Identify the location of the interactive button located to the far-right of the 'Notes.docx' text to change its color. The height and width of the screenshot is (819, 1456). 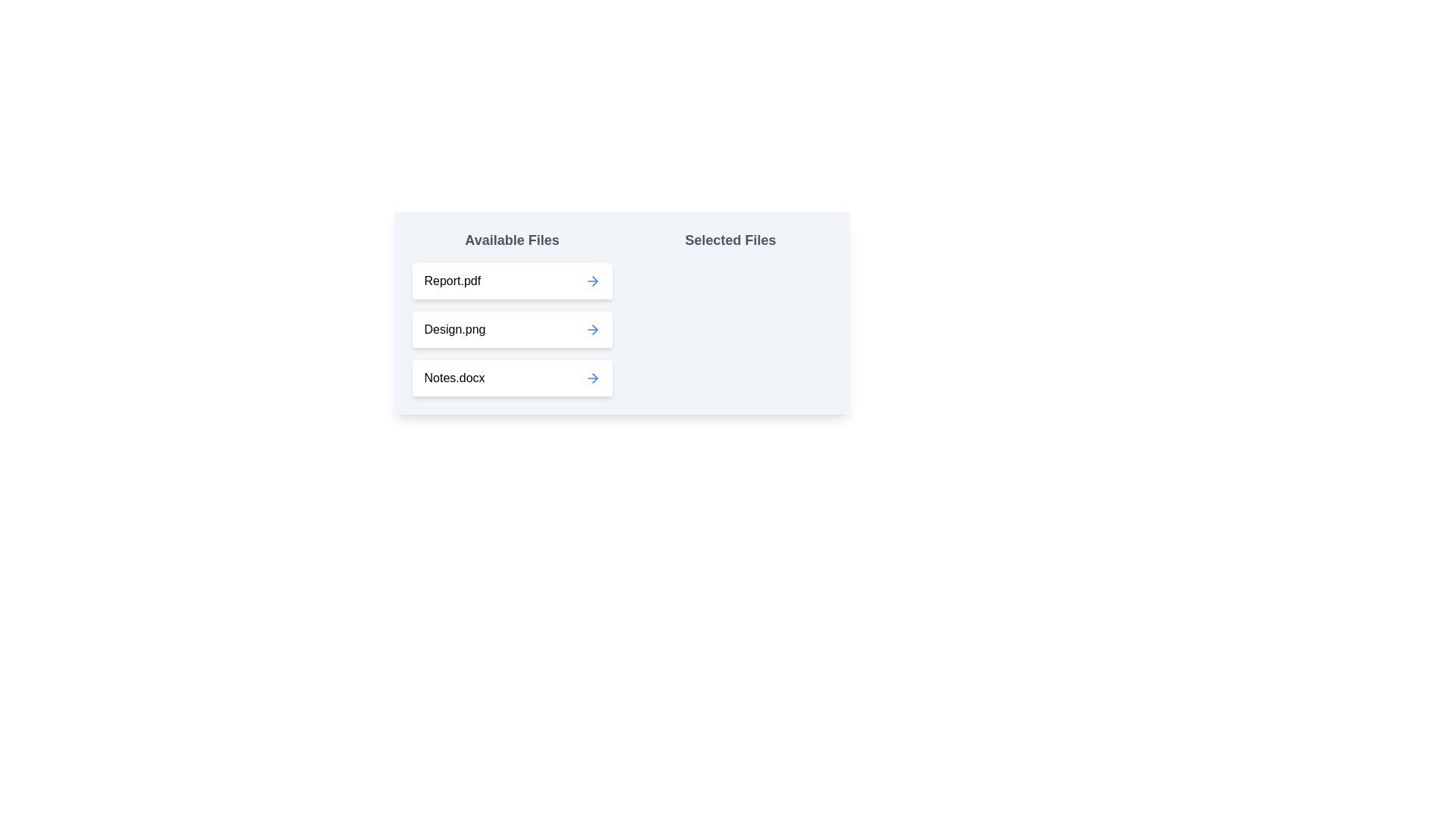
(591, 377).